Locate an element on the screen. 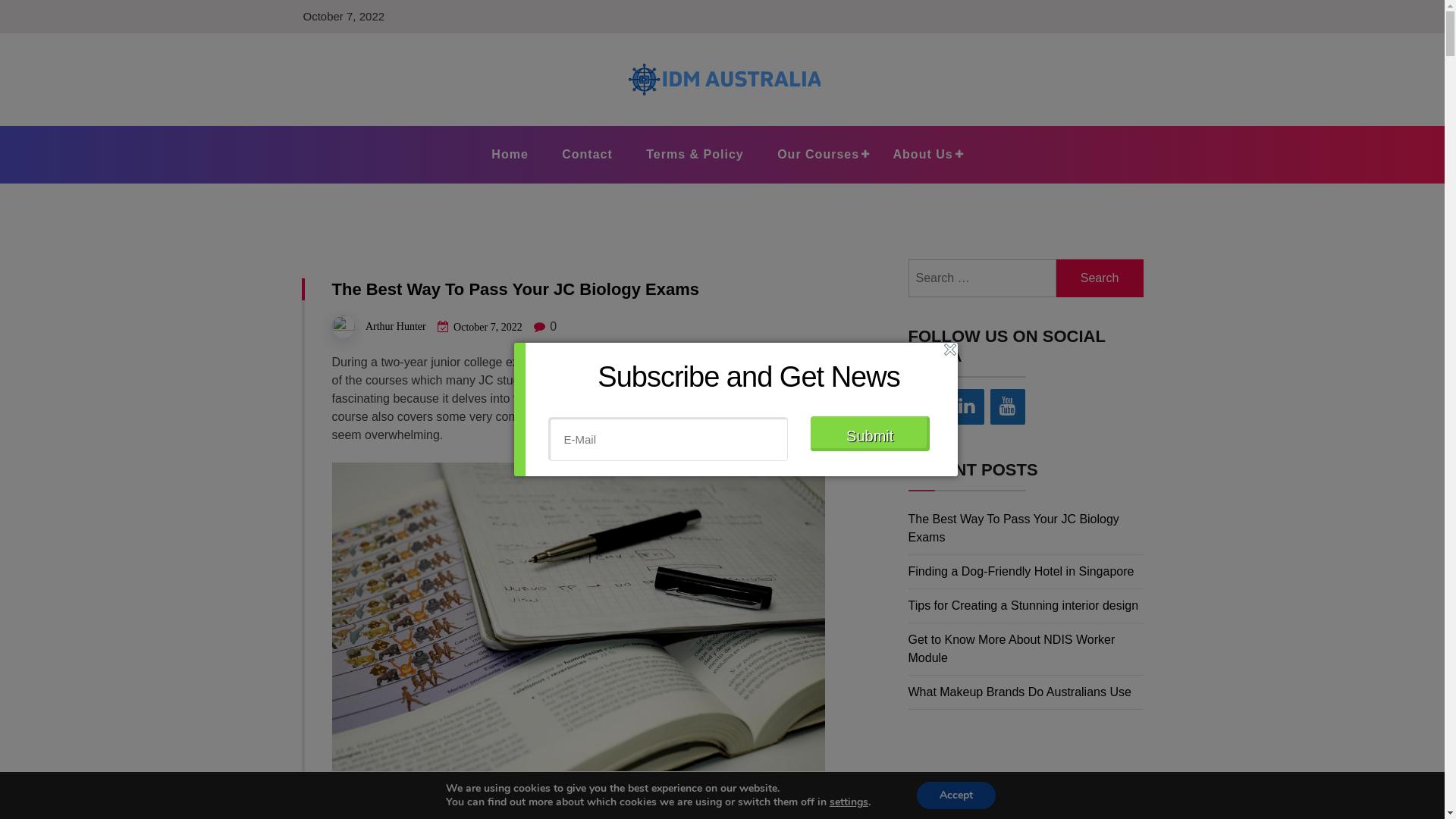  'Our Courses' is located at coordinates (817, 155).